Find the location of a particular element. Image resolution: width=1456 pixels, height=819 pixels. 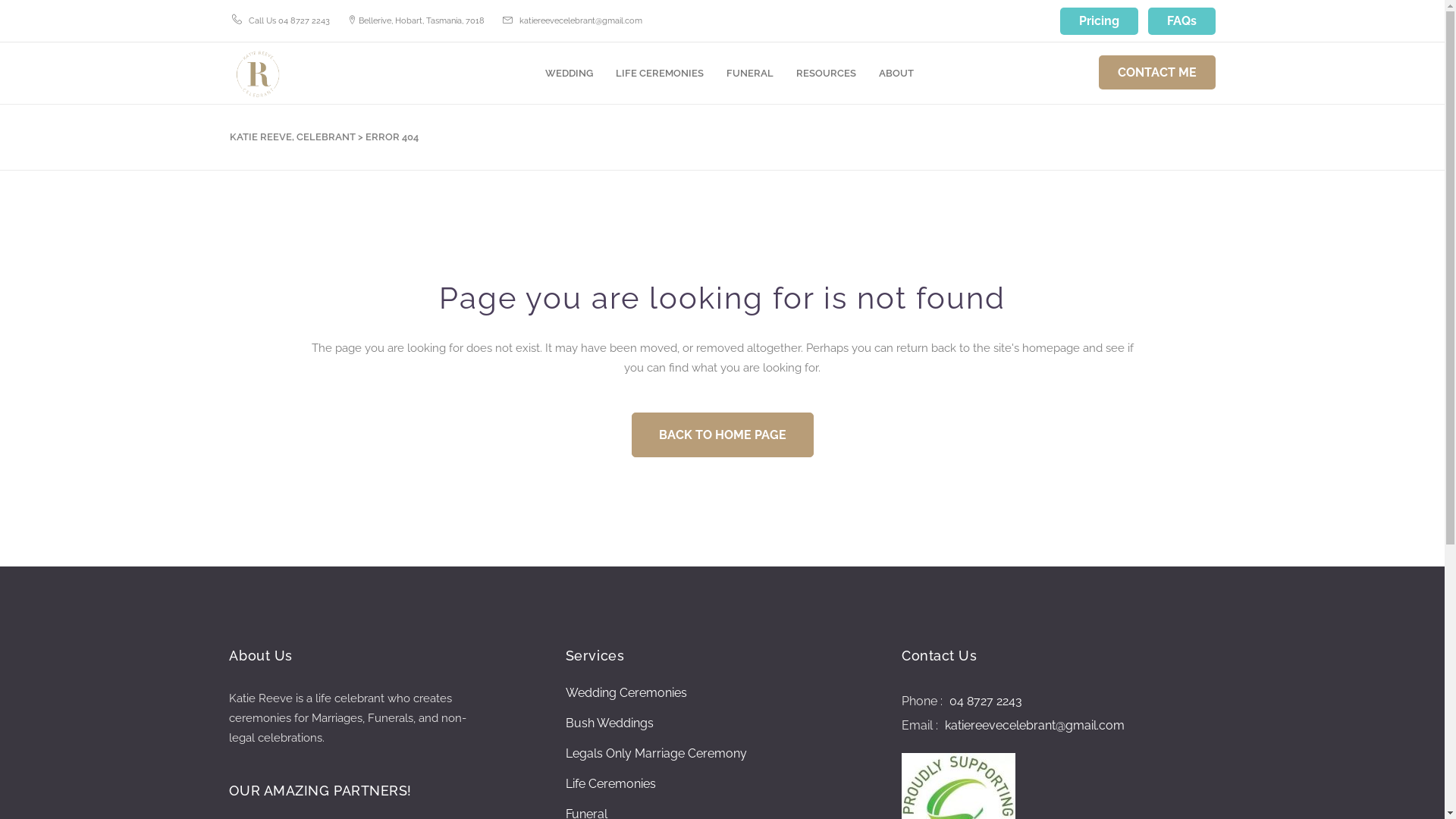

'ABOUT' is located at coordinates (896, 73).